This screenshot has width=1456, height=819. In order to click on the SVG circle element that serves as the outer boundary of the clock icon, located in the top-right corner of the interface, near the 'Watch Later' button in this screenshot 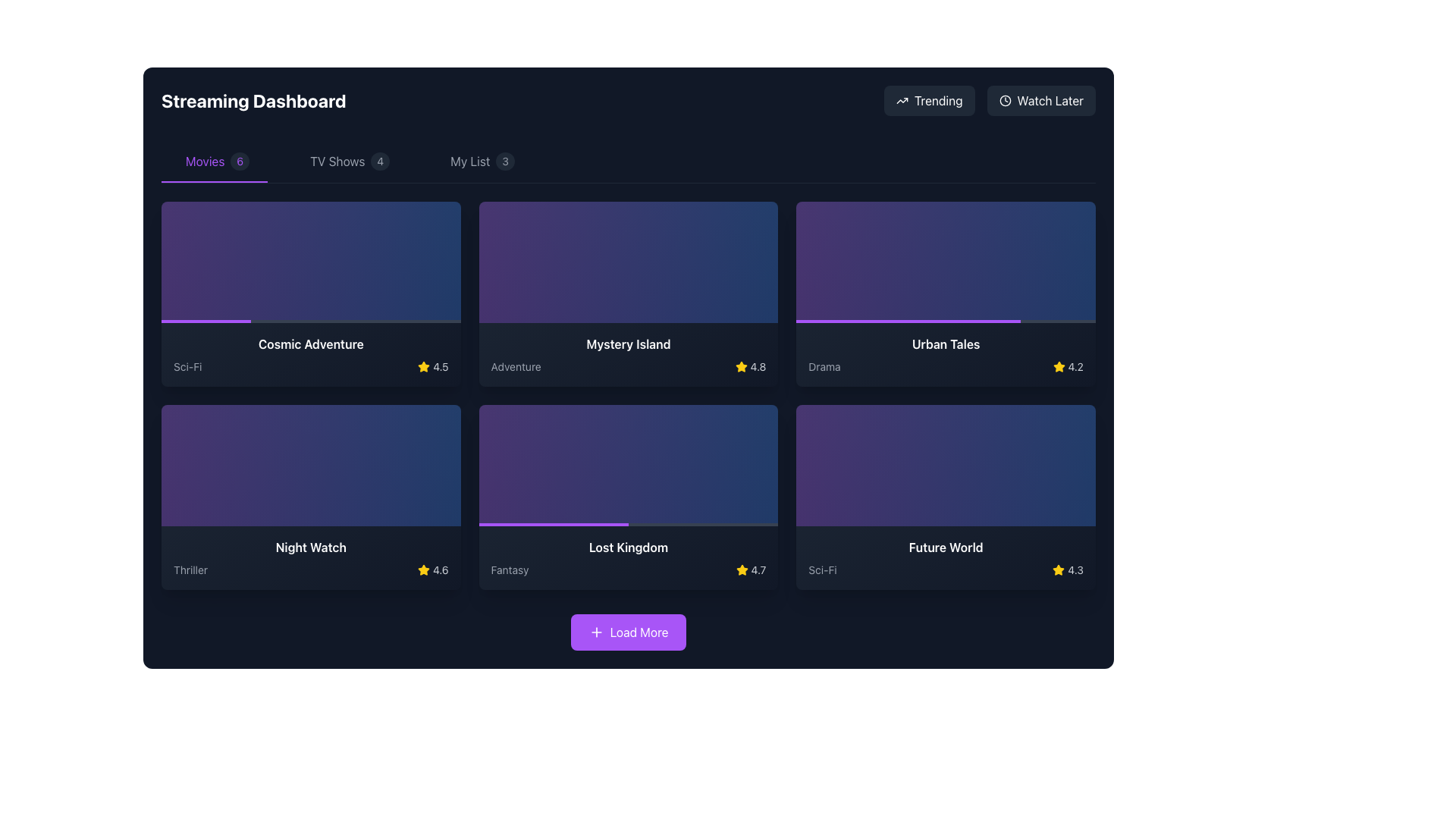, I will do `click(1005, 100)`.